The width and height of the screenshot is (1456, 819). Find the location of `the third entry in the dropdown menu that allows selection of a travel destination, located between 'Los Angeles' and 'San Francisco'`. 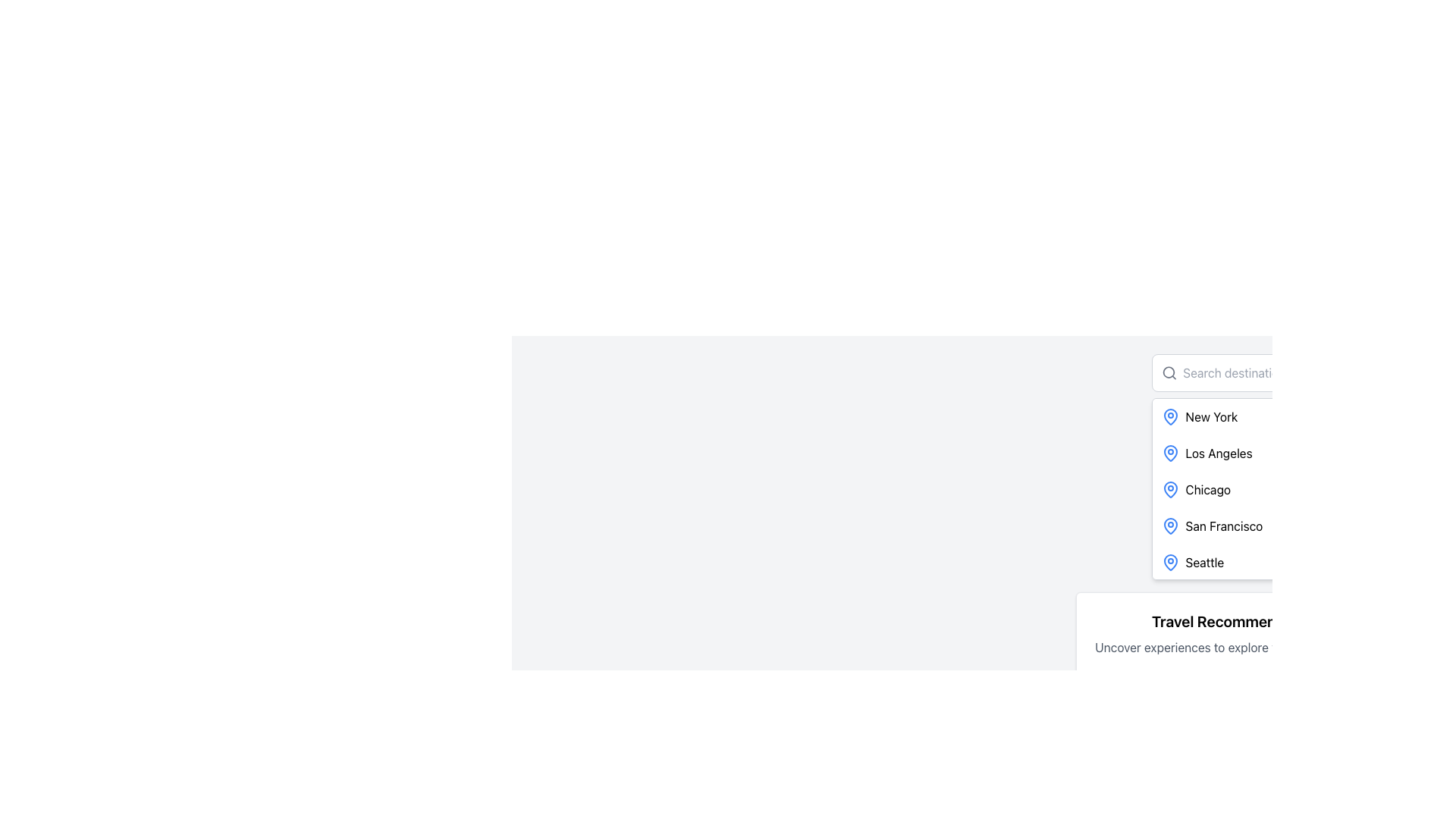

the third entry in the dropdown menu that allows selection of a travel destination, located between 'Los Angeles' and 'San Francisco' is located at coordinates (1240, 489).